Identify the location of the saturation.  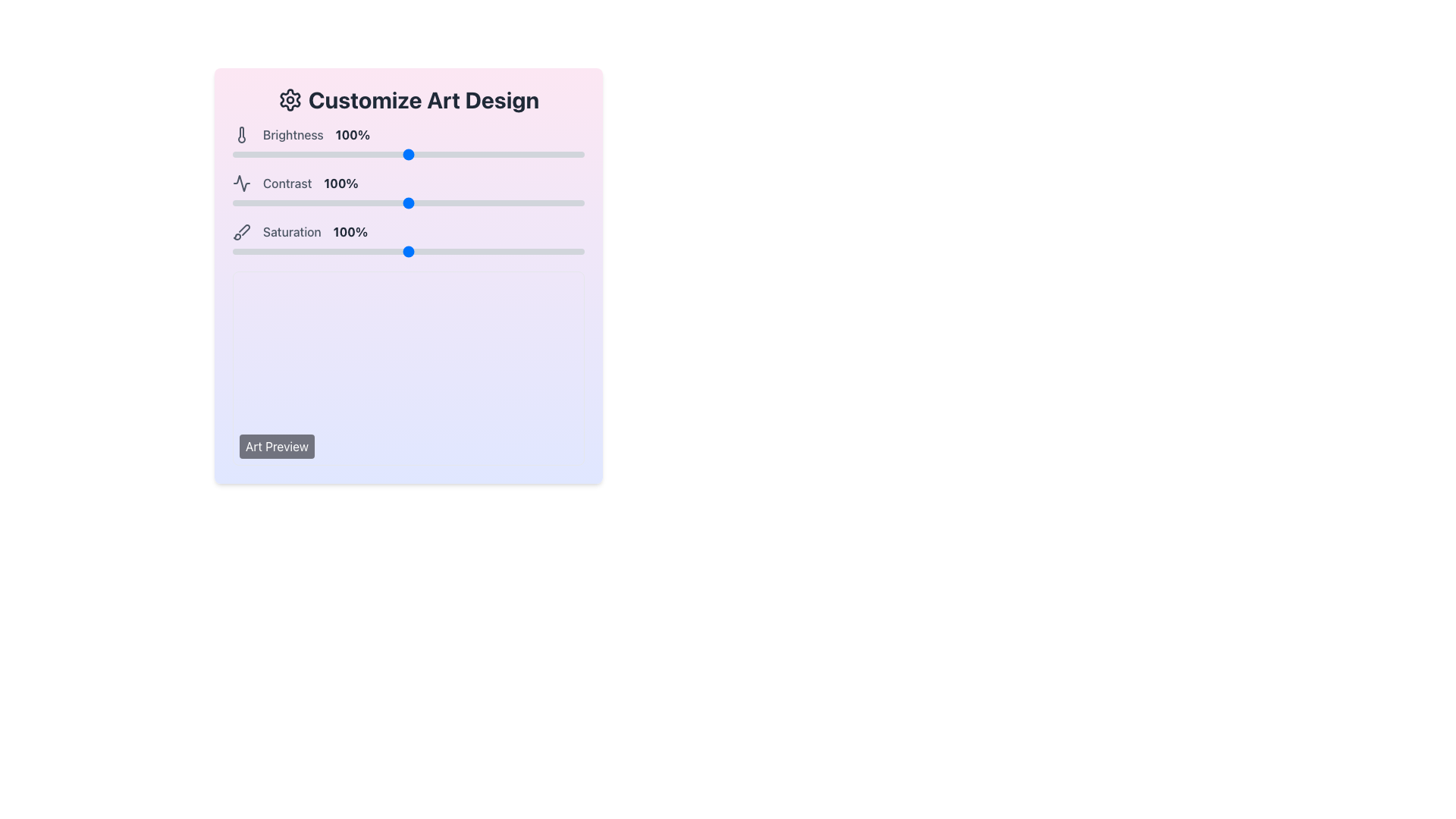
(356, 250).